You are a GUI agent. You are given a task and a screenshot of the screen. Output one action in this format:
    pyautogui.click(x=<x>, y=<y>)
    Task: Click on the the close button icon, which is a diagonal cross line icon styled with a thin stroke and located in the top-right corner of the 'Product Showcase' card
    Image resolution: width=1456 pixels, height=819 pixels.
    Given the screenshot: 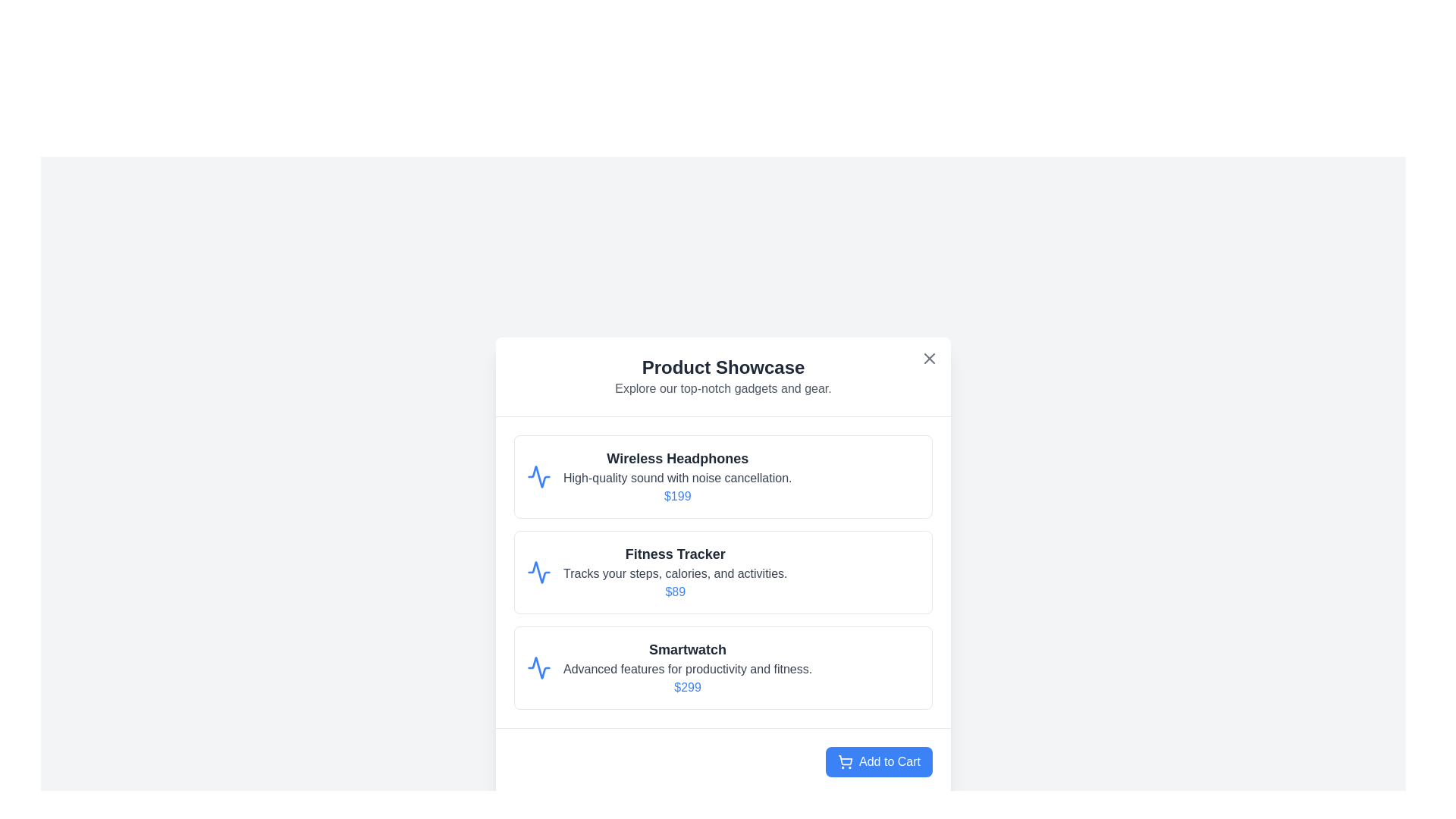 What is the action you would take?
    pyautogui.click(x=928, y=359)
    